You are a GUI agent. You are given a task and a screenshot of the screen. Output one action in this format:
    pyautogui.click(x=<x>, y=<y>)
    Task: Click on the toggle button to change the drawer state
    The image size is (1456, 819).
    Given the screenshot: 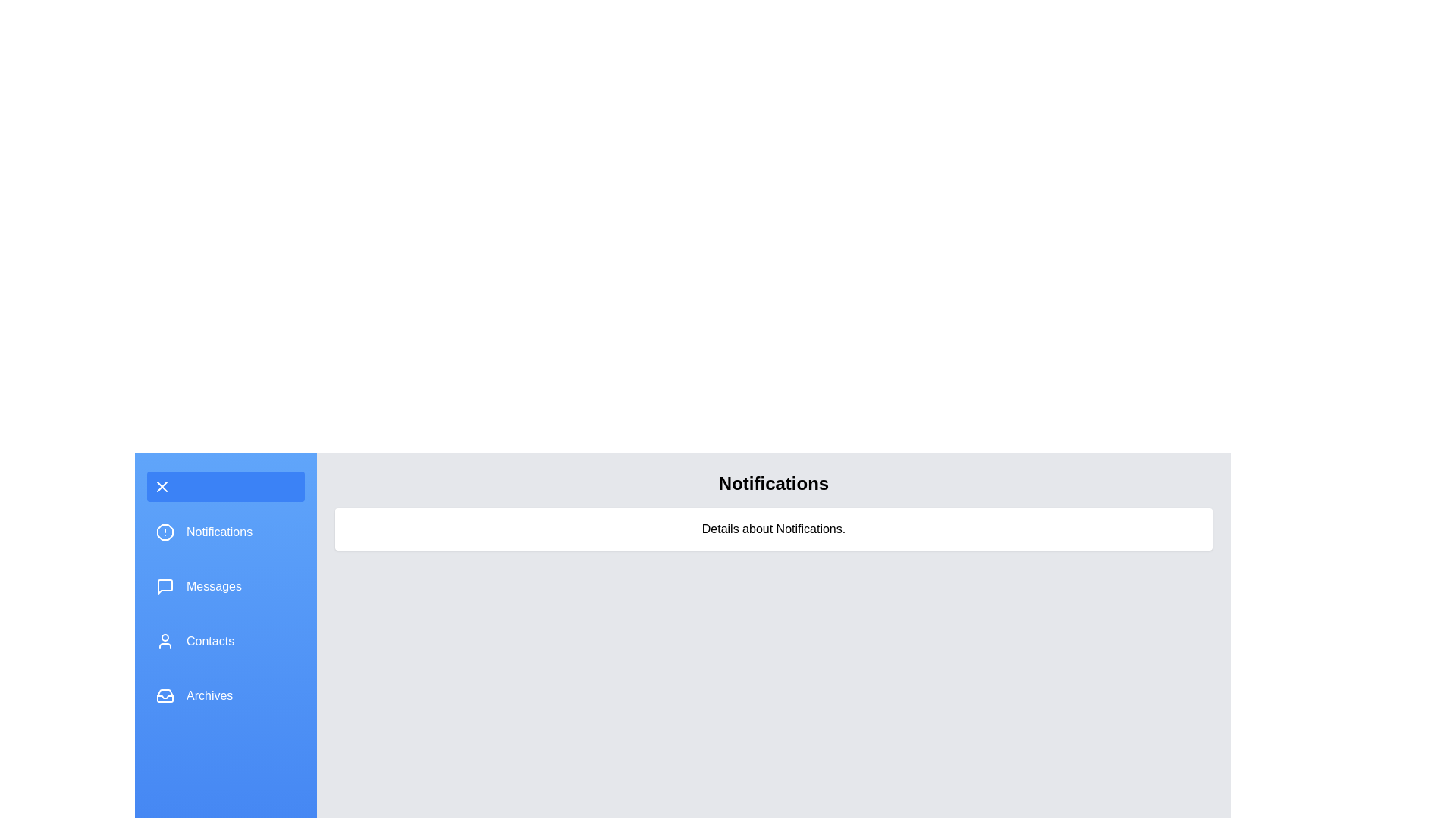 What is the action you would take?
    pyautogui.click(x=224, y=486)
    